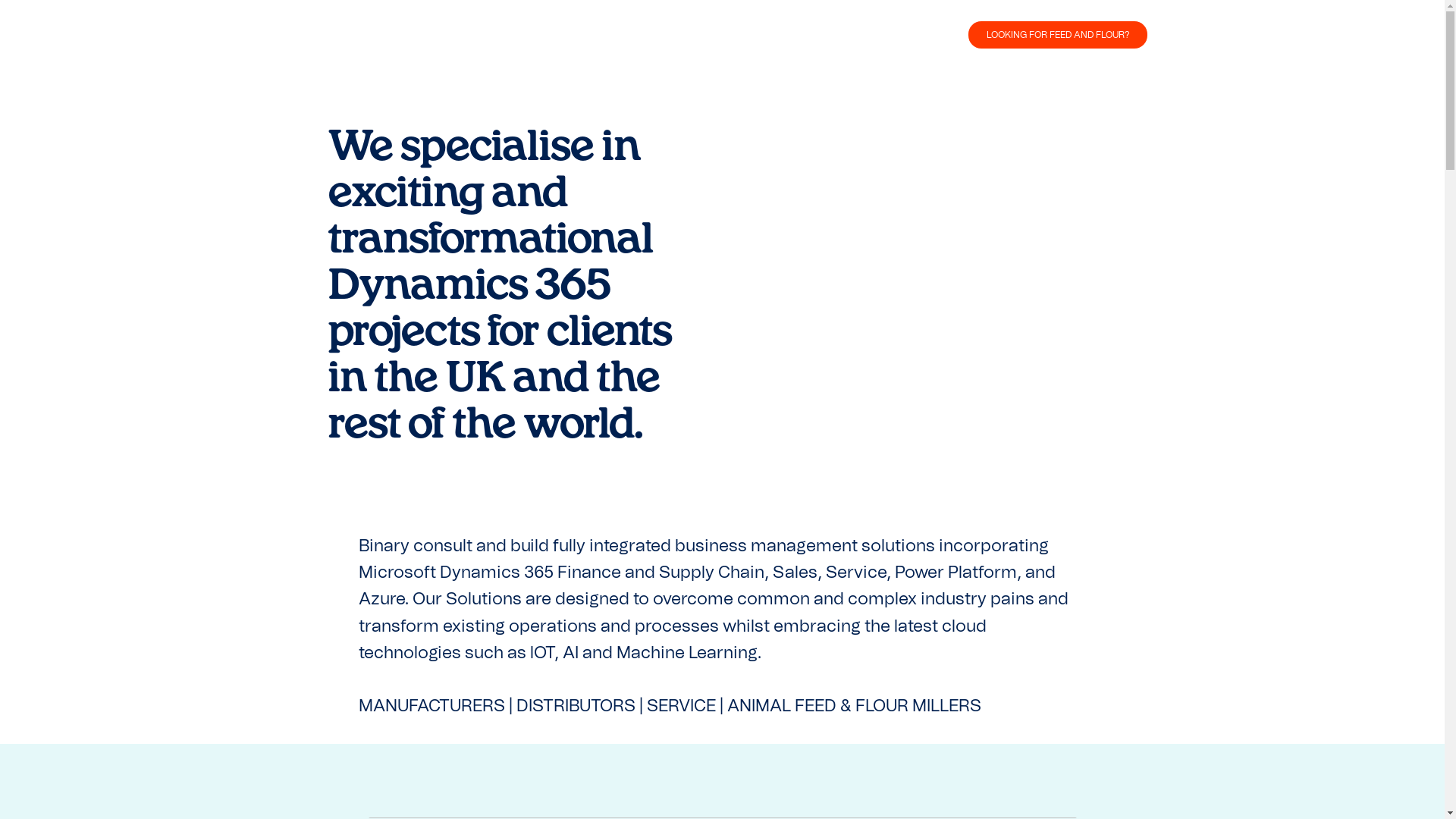  I want to click on 'LOOKING FOR FEED AND FLOUR?', so click(1056, 34).